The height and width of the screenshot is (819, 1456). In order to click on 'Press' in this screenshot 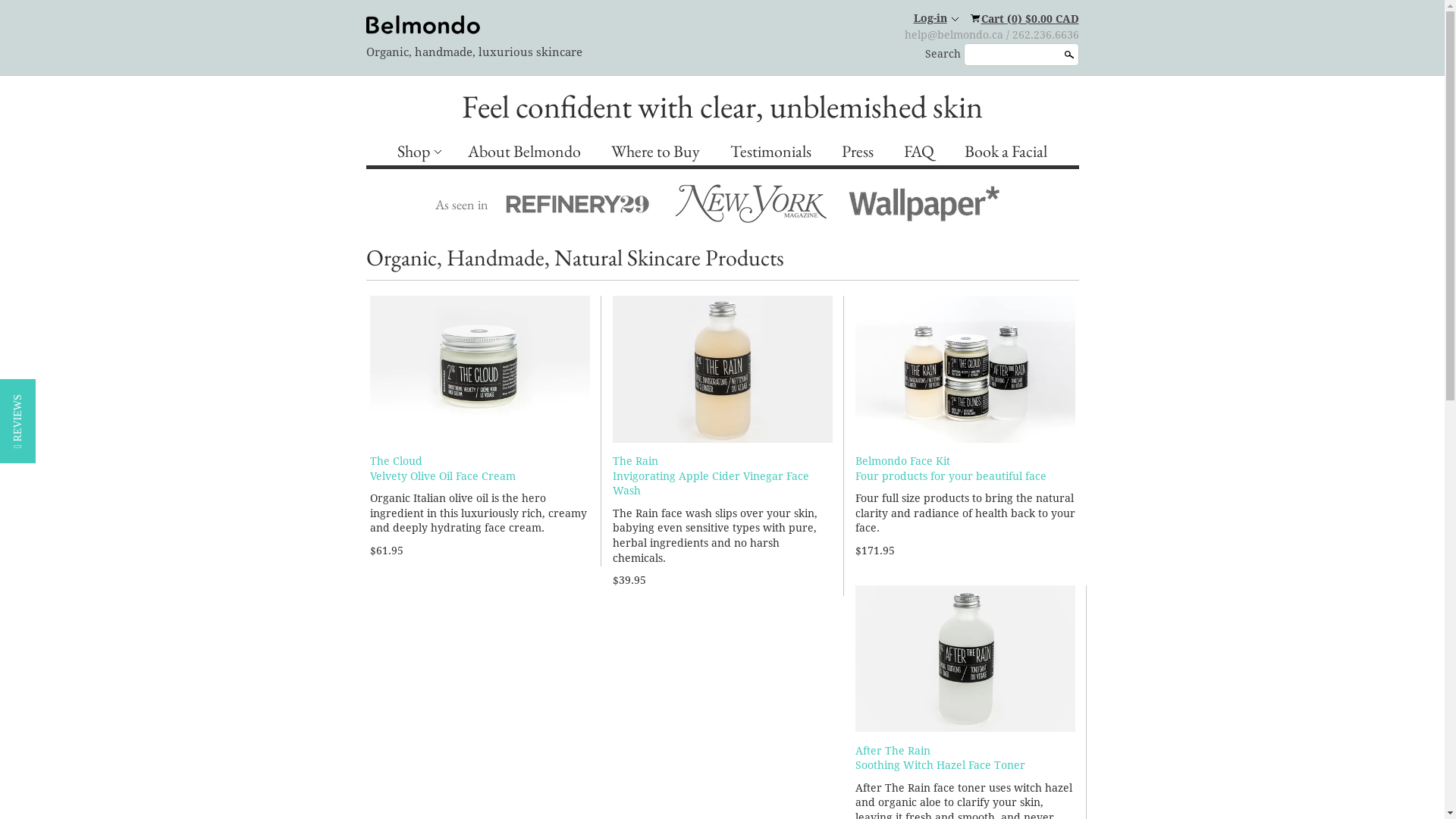, I will do `click(858, 152)`.